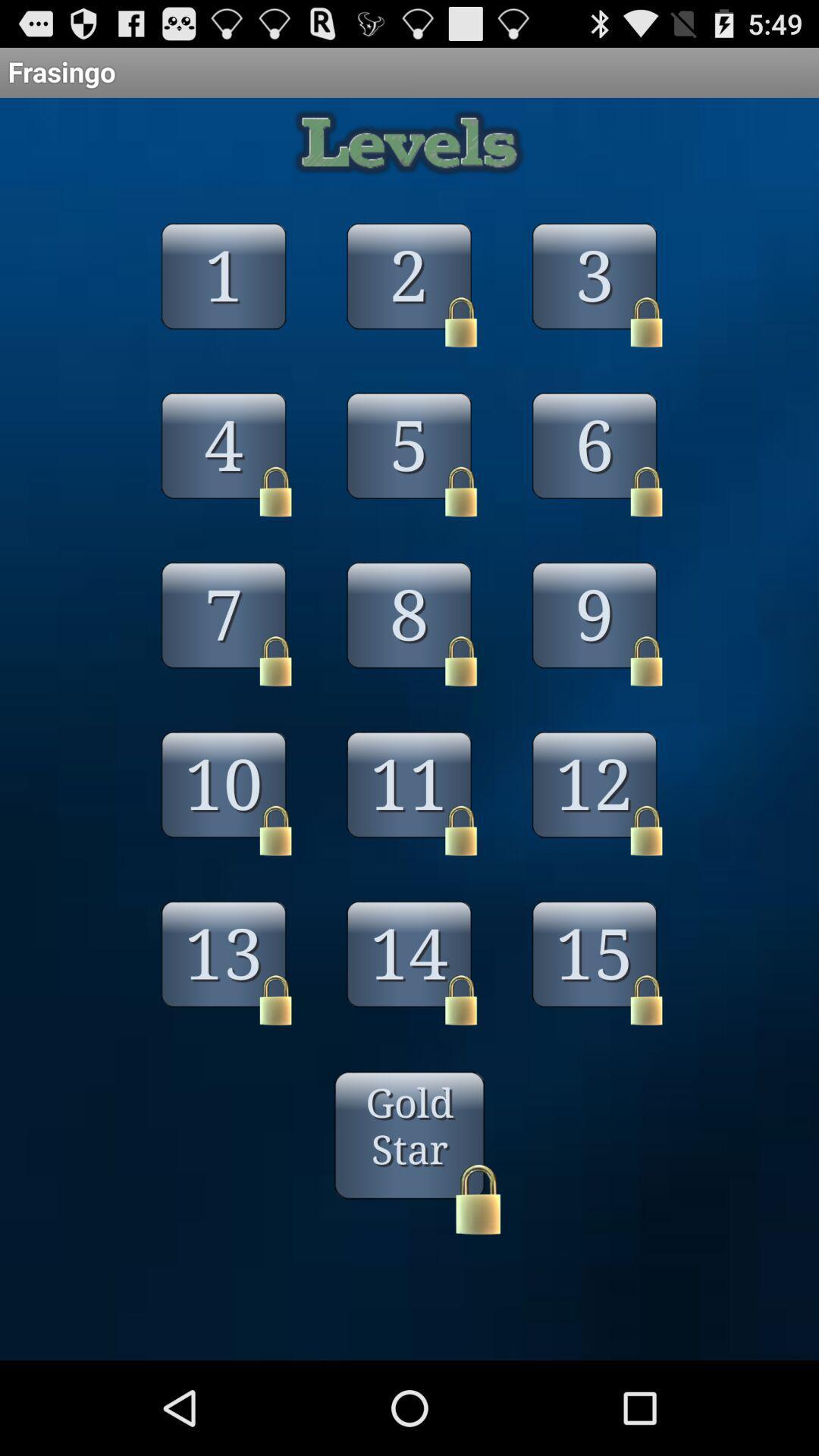 This screenshot has width=819, height=1456. What do you see at coordinates (223, 636) in the screenshot?
I see `the button 7` at bounding box center [223, 636].